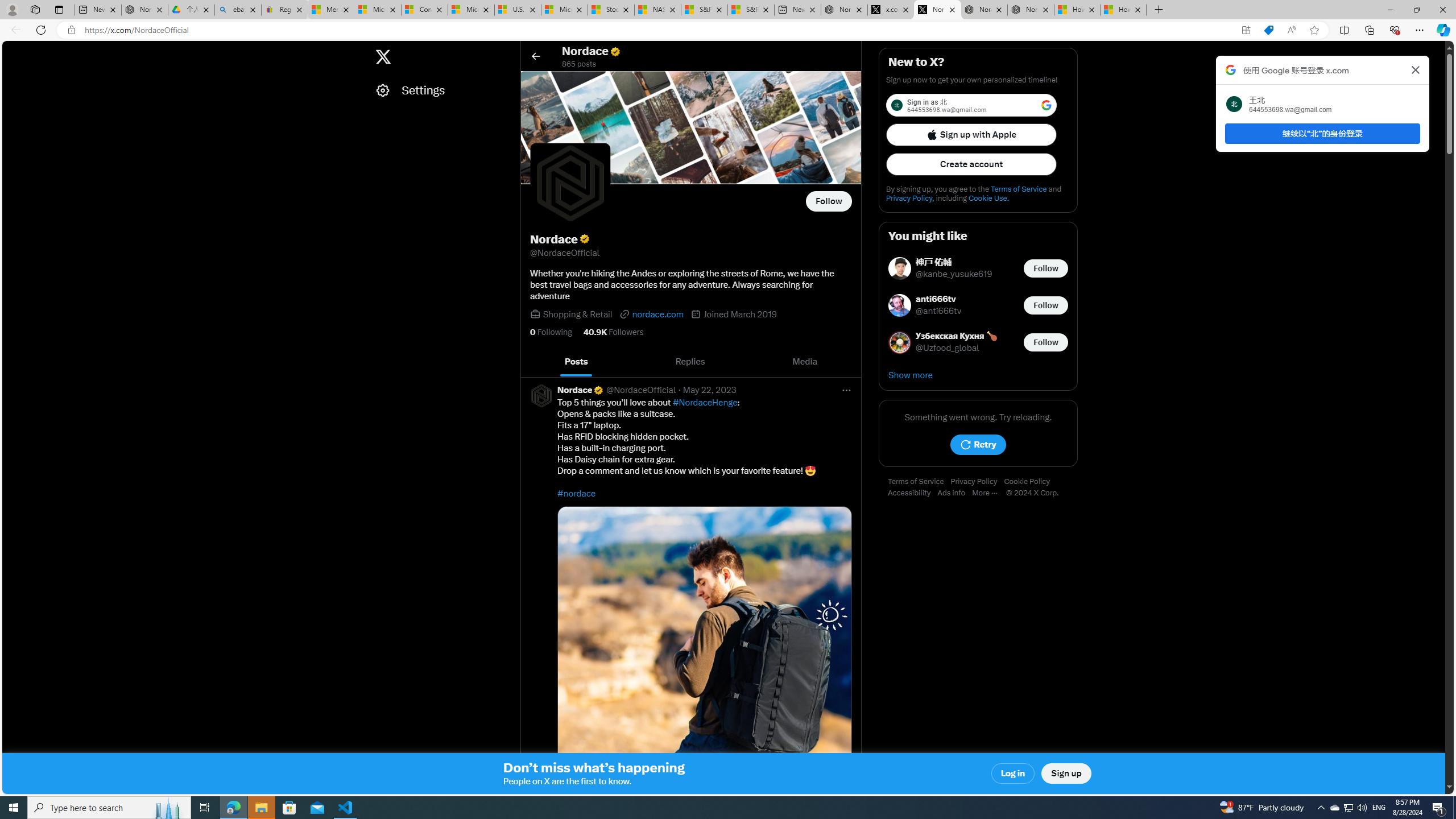 The width and height of the screenshot is (1456, 819). Describe the element at coordinates (1246, 30) in the screenshot. I see `'App available. Install X'` at that location.